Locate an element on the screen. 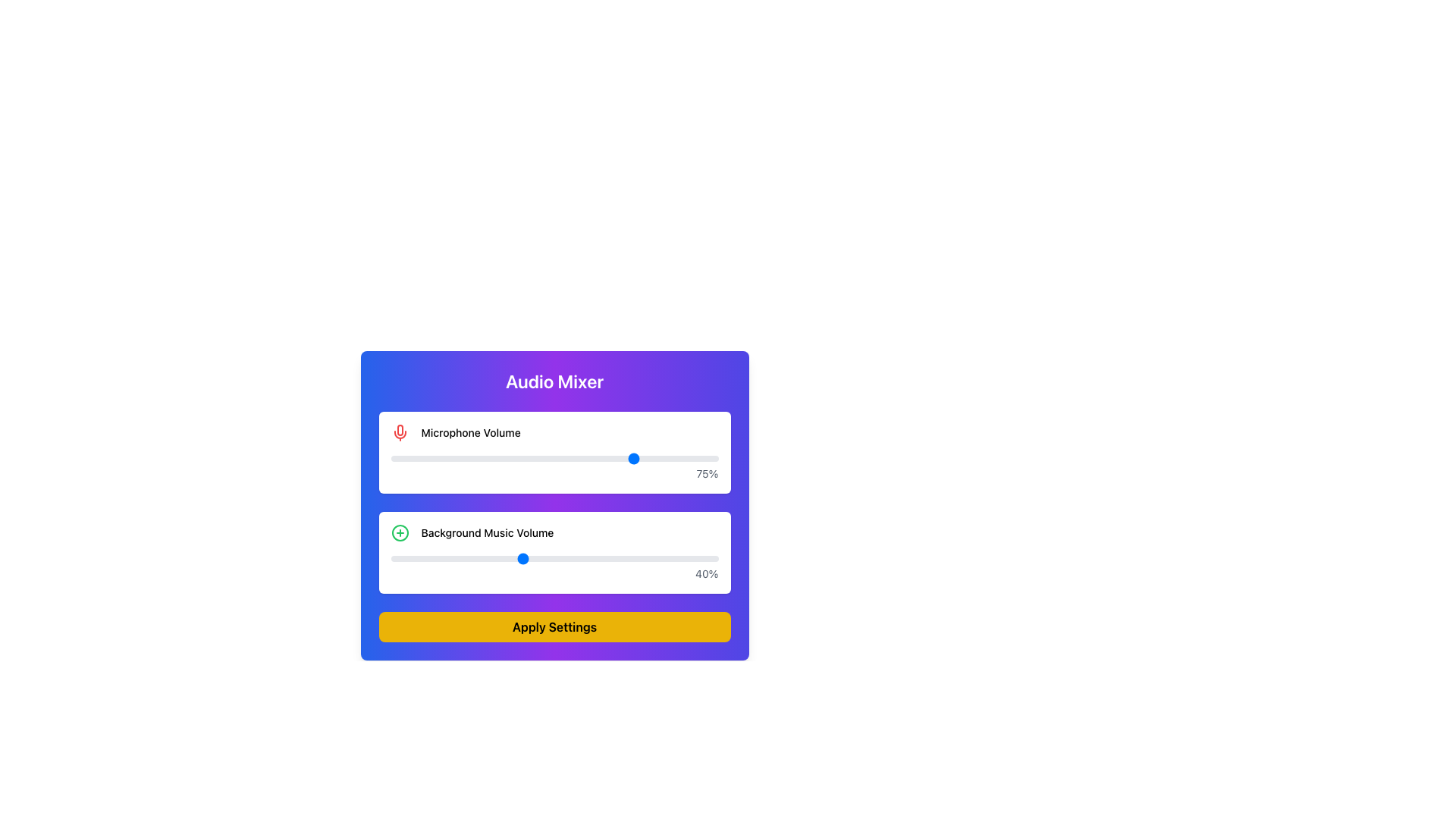 The height and width of the screenshot is (819, 1456). the background music volume is located at coordinates (675, 558).